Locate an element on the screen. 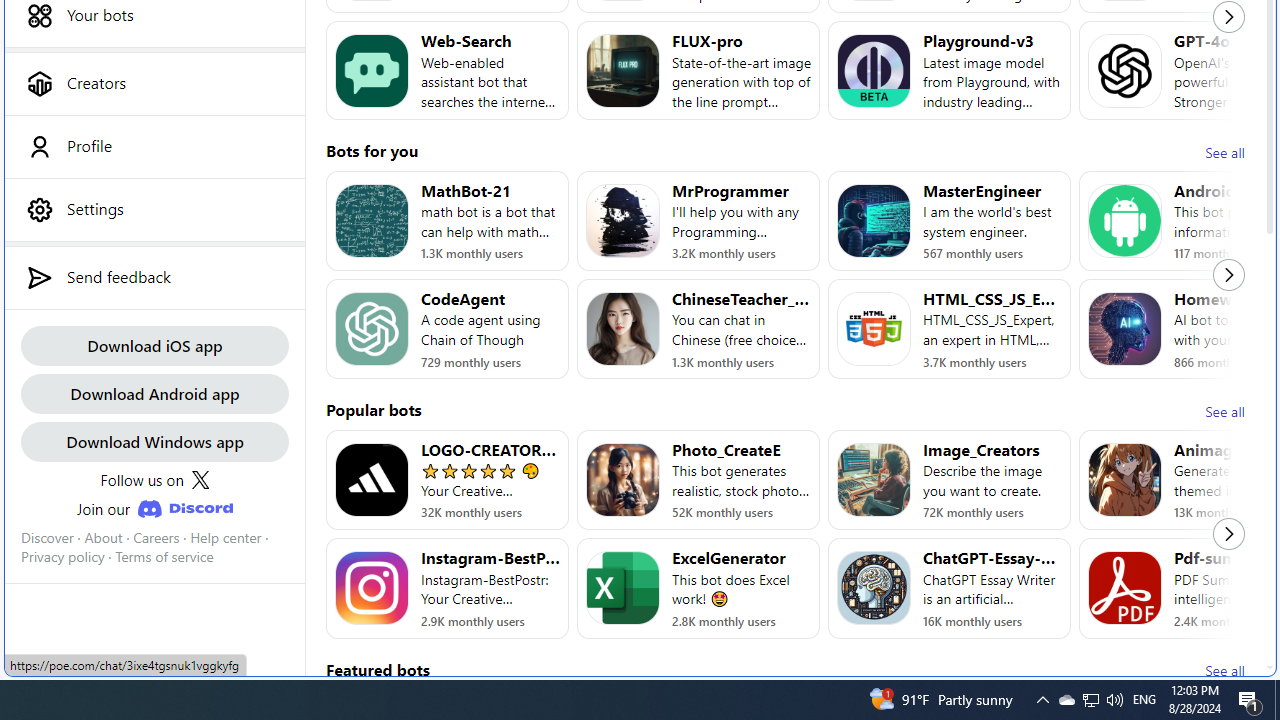  'Careers' is located at coordinates (155, 536).